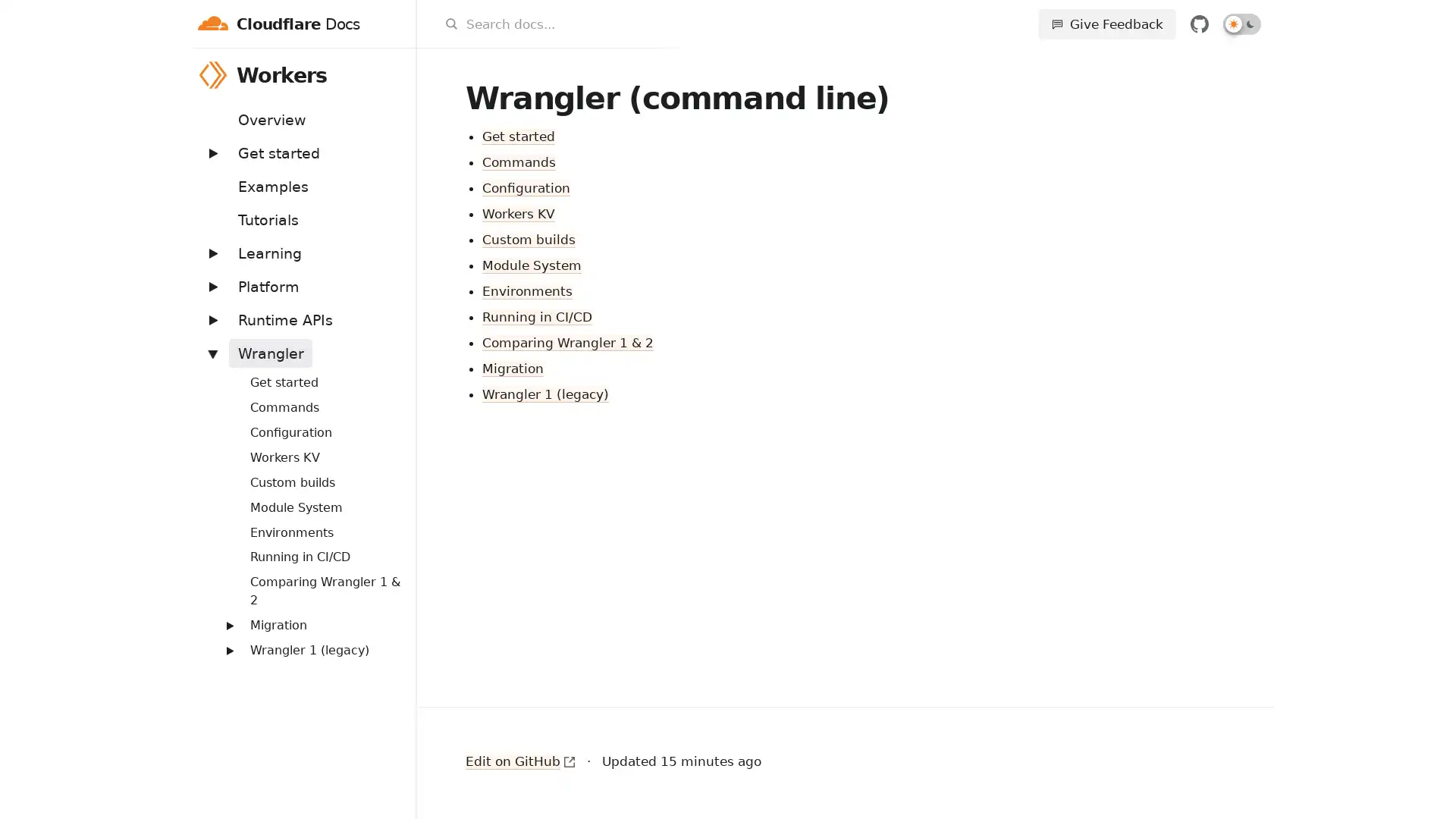 Image resolution: width=1456 pixels, height=819 pixels. What do you see at coordinates (211, 152) in the screenshot?
I see `Expand: Get started` at bounding box center [211, 152].